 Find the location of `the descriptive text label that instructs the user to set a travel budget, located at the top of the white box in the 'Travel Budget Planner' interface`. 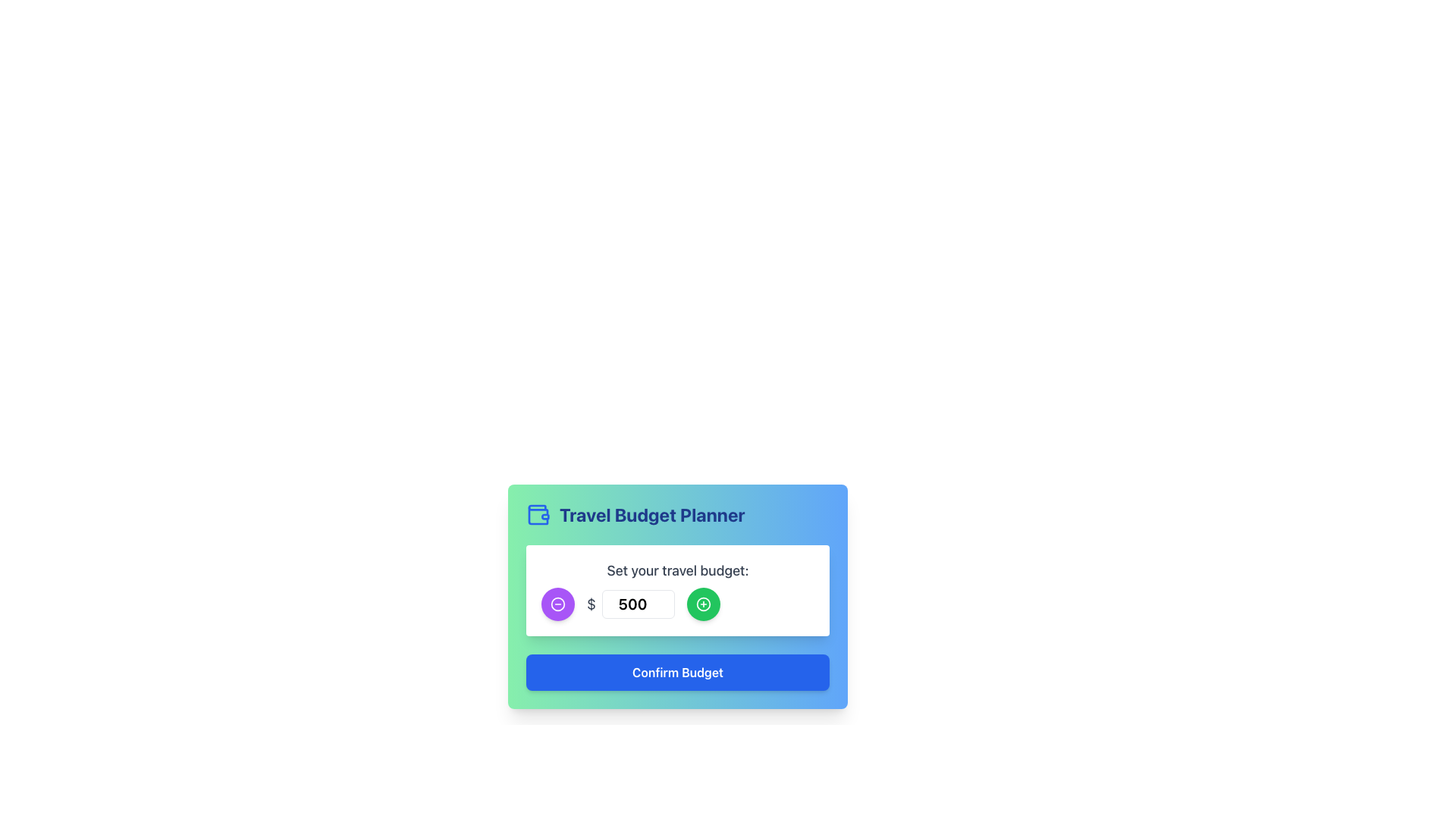

the descriptive text label that instructs the user to set a travel budget, located at the top of the white box in the 'Travel Budget Planner' interface is located at coordinates (676, 570).